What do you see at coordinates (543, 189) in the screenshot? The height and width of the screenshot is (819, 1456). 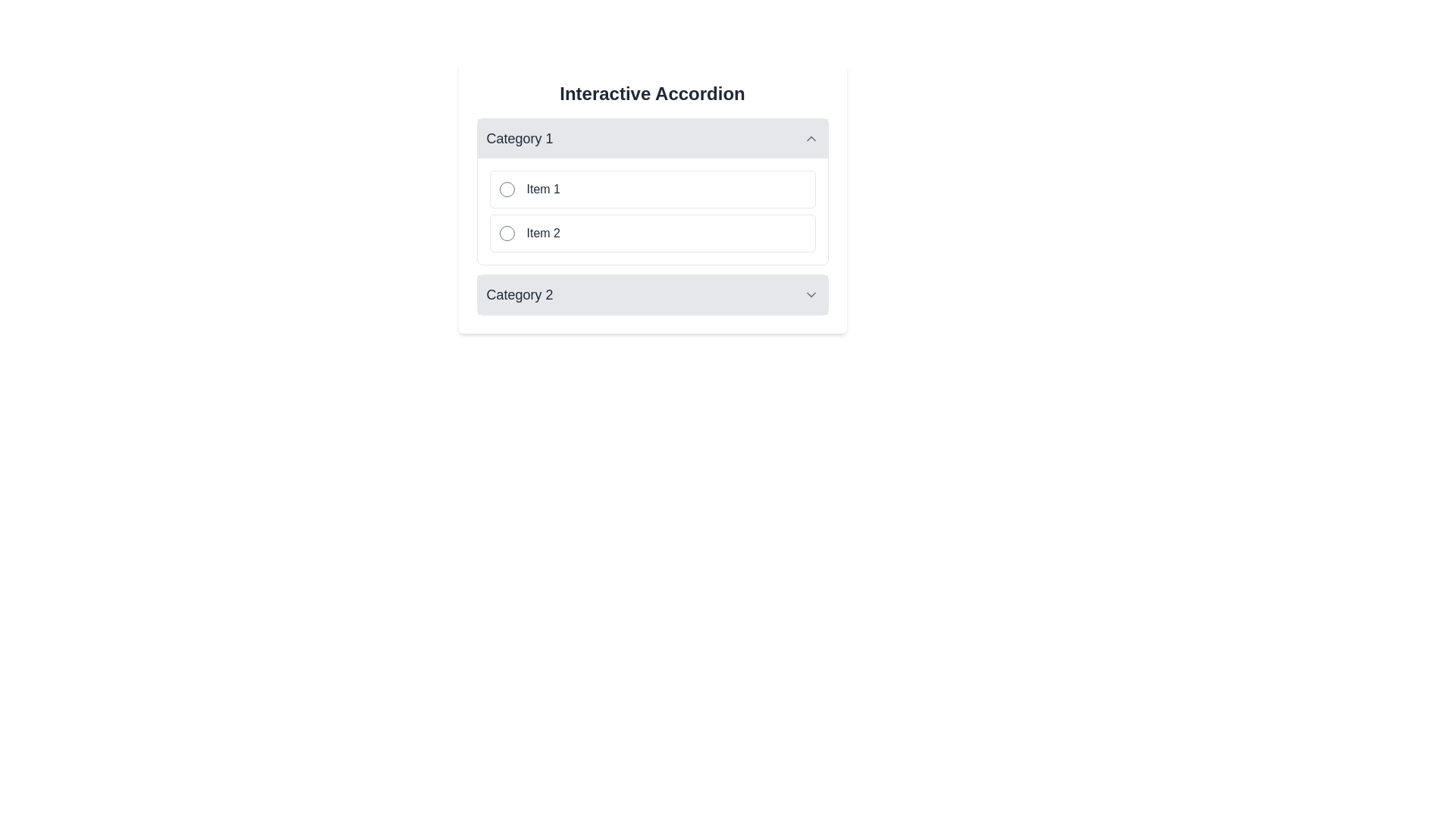 I see `the Text Label displaying 'Item 1', which is styled in dark gray and located to the right of a circular icon within a clickable box in the 'Category 1' section` at bounding box center [543, 189].